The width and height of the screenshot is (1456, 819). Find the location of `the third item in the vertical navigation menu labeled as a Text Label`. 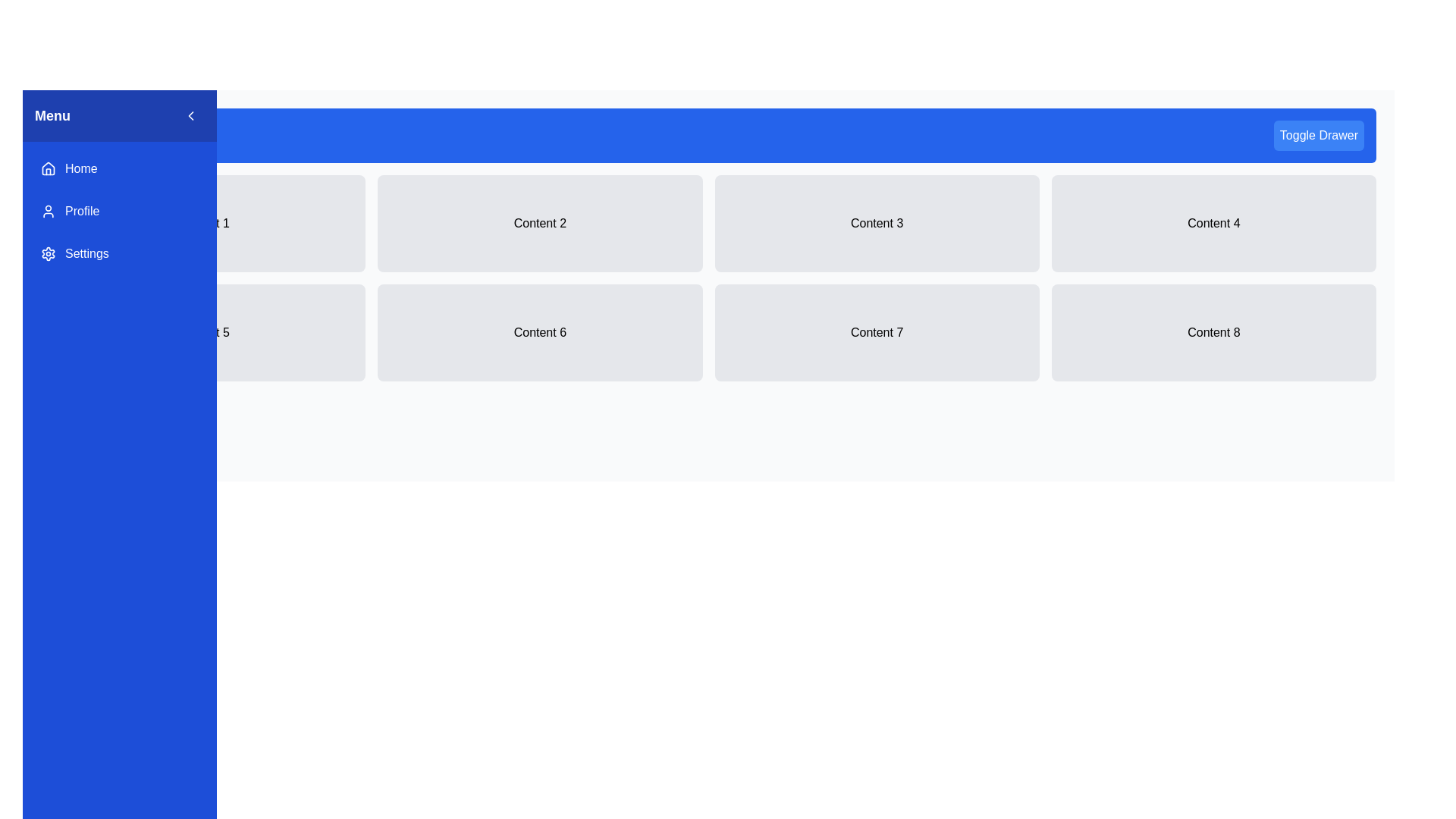

the third item in the vertical navigation menu labeled as a Text Label is located at coordinates (86, 253).